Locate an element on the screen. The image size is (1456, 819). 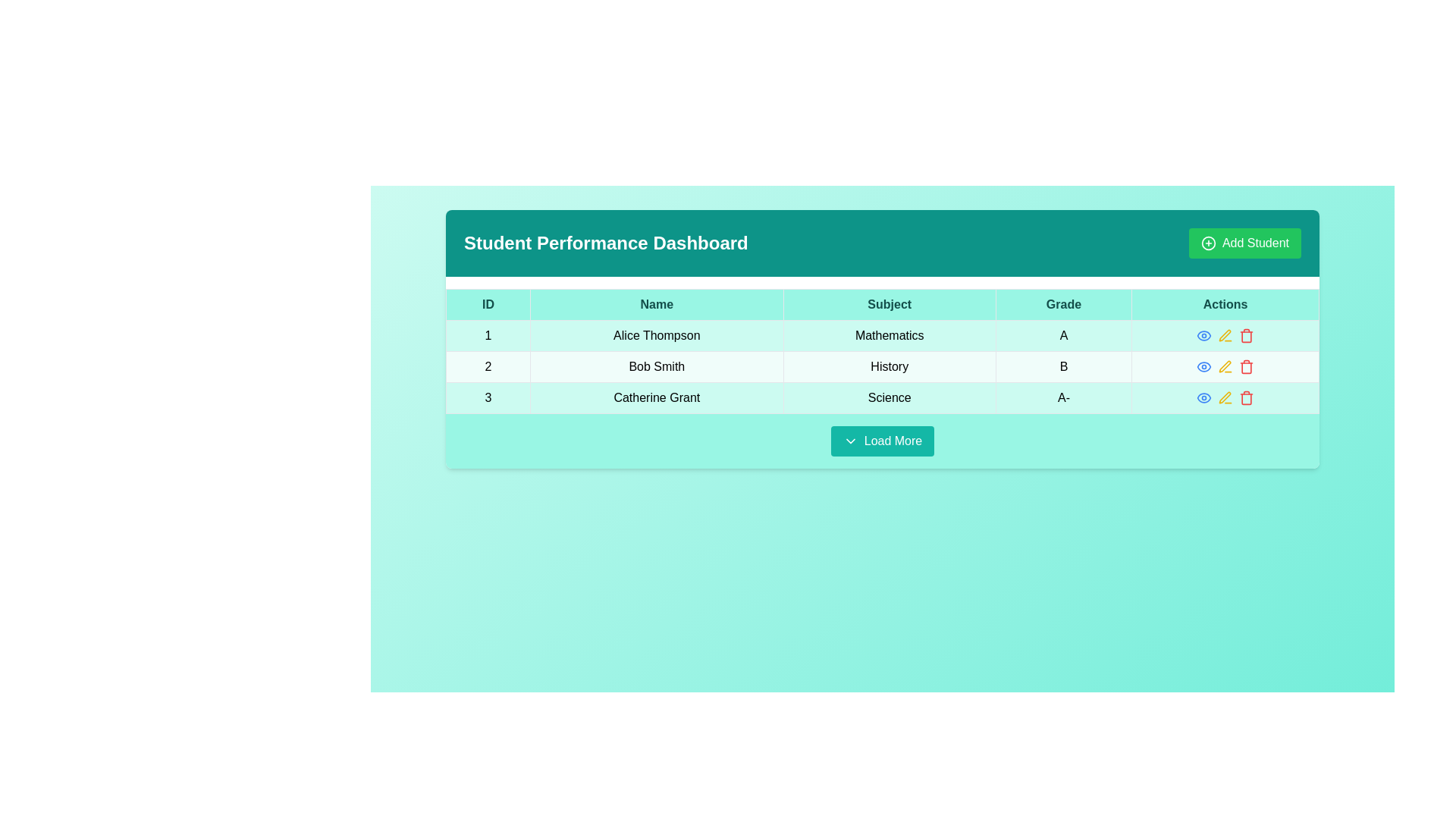
the table cell displaying the ID for 'Bob Smith', located in the second row under the 'ID' column is located at coordinates (488, 366).